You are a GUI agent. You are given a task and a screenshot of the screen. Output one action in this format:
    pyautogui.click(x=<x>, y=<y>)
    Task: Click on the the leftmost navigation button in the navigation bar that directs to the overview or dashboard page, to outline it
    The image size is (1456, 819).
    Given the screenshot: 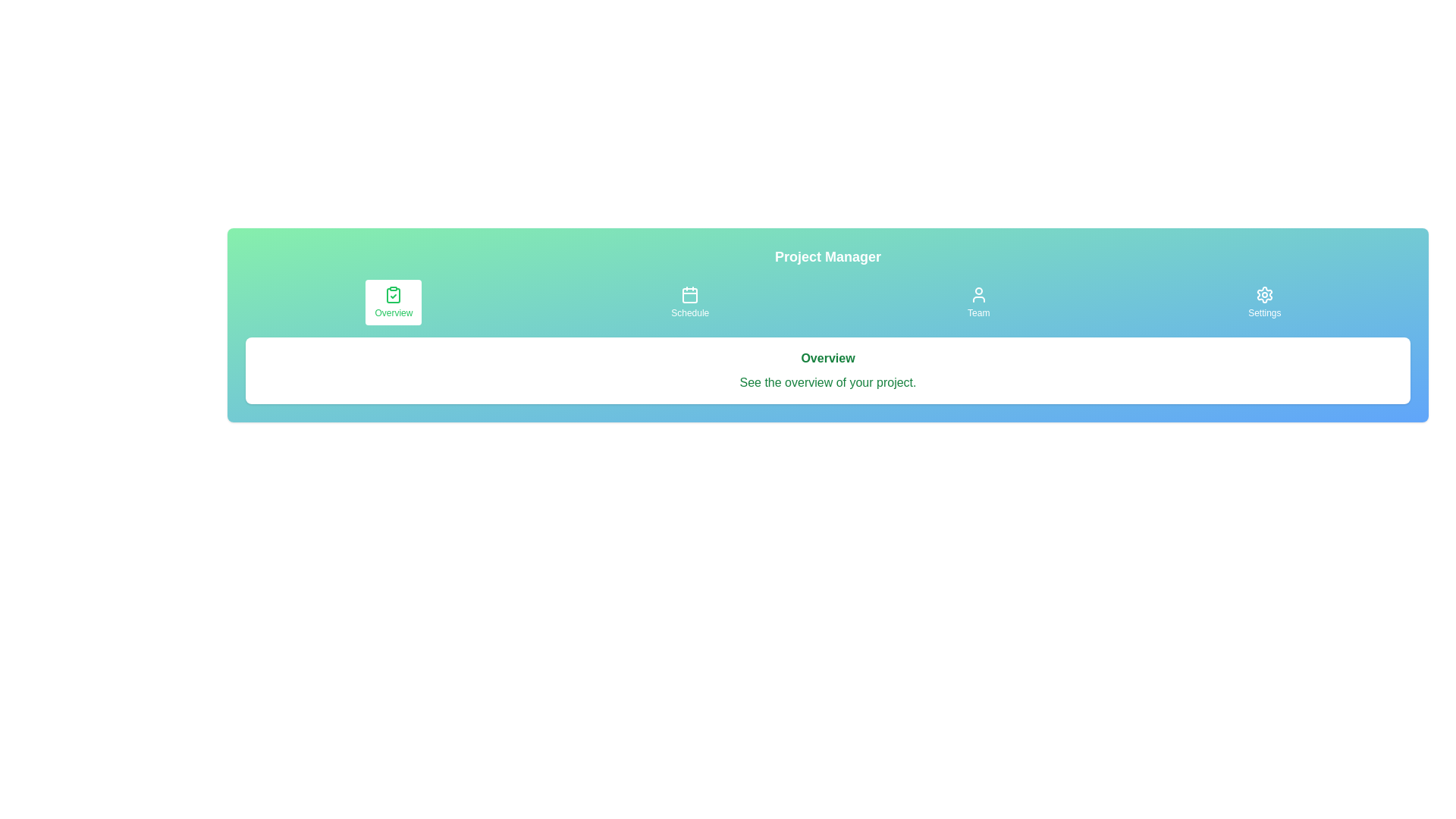 What is the action you would take?
    pyautogui.click(x=394, y=302)
    